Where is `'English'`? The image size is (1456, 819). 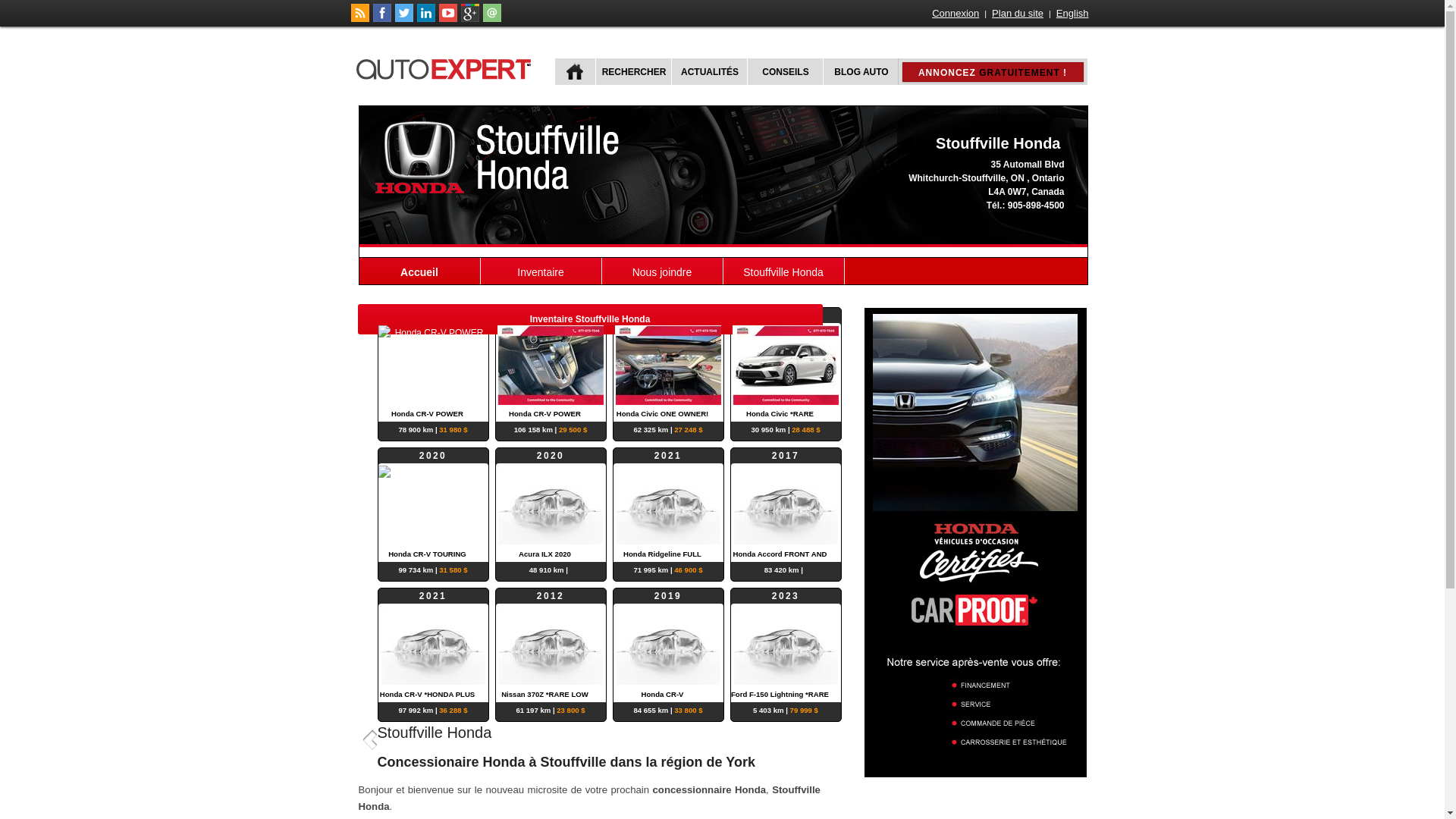 'English' is located at coordinates (1072, 13).